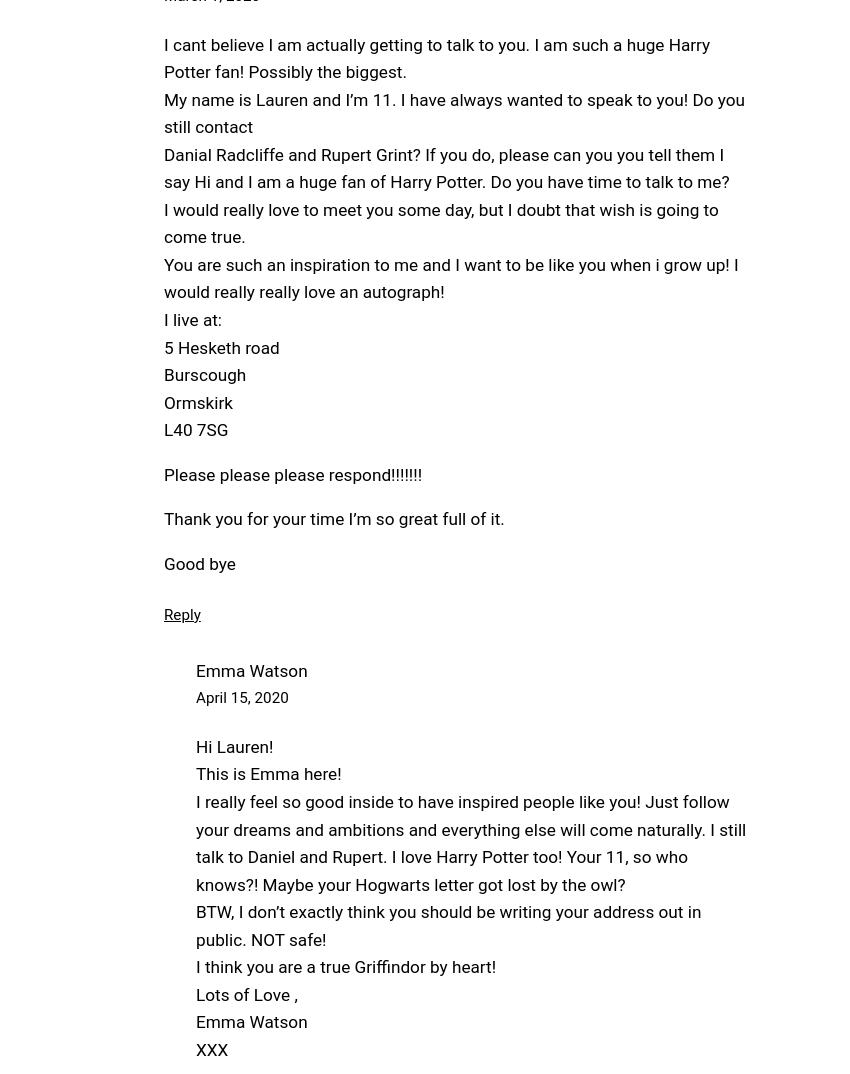 The width and height of the screenshot is (850, 1074). I want to click on 'I cant believe I am actually getting to talk to you. I am such a huge Harry Potter fan! Possibly the biggest.', so click(435, 57).